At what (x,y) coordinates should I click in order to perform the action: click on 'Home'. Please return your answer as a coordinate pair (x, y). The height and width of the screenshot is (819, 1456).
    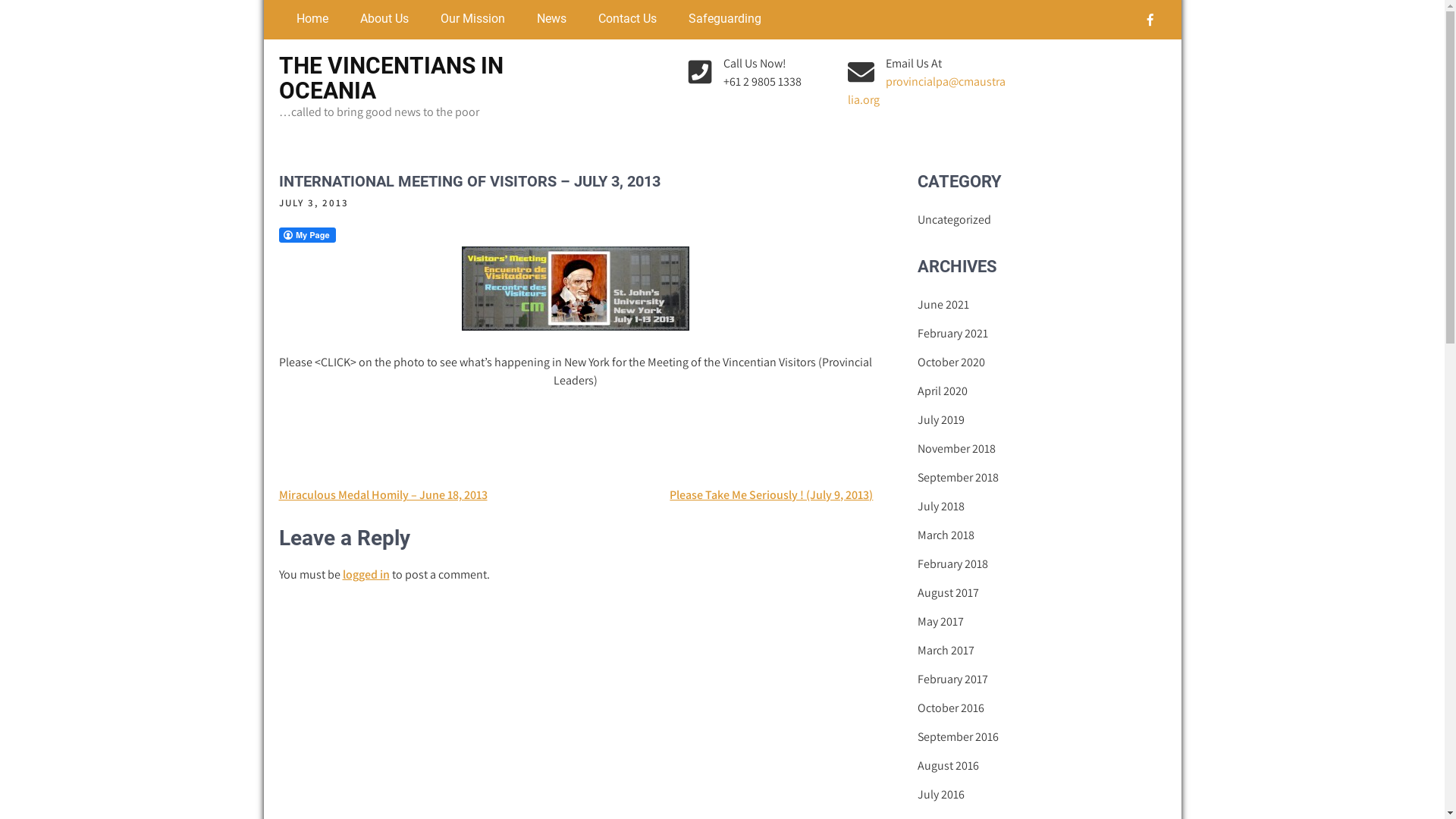
    Looking at the image, I should click on (309, 19).